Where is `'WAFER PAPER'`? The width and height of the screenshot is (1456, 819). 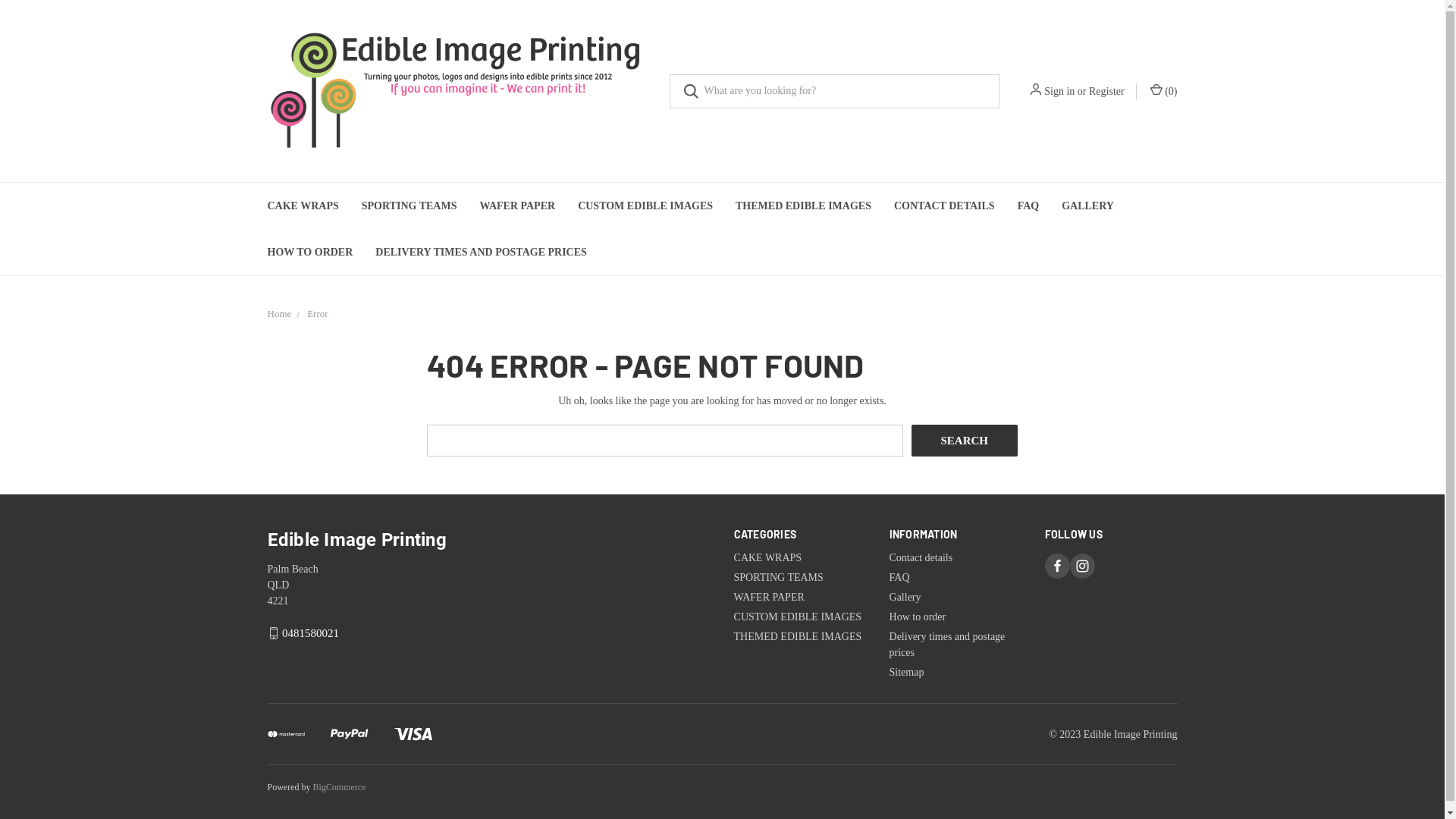 'WAFER PAPER' is located at coordinates (516, 206).